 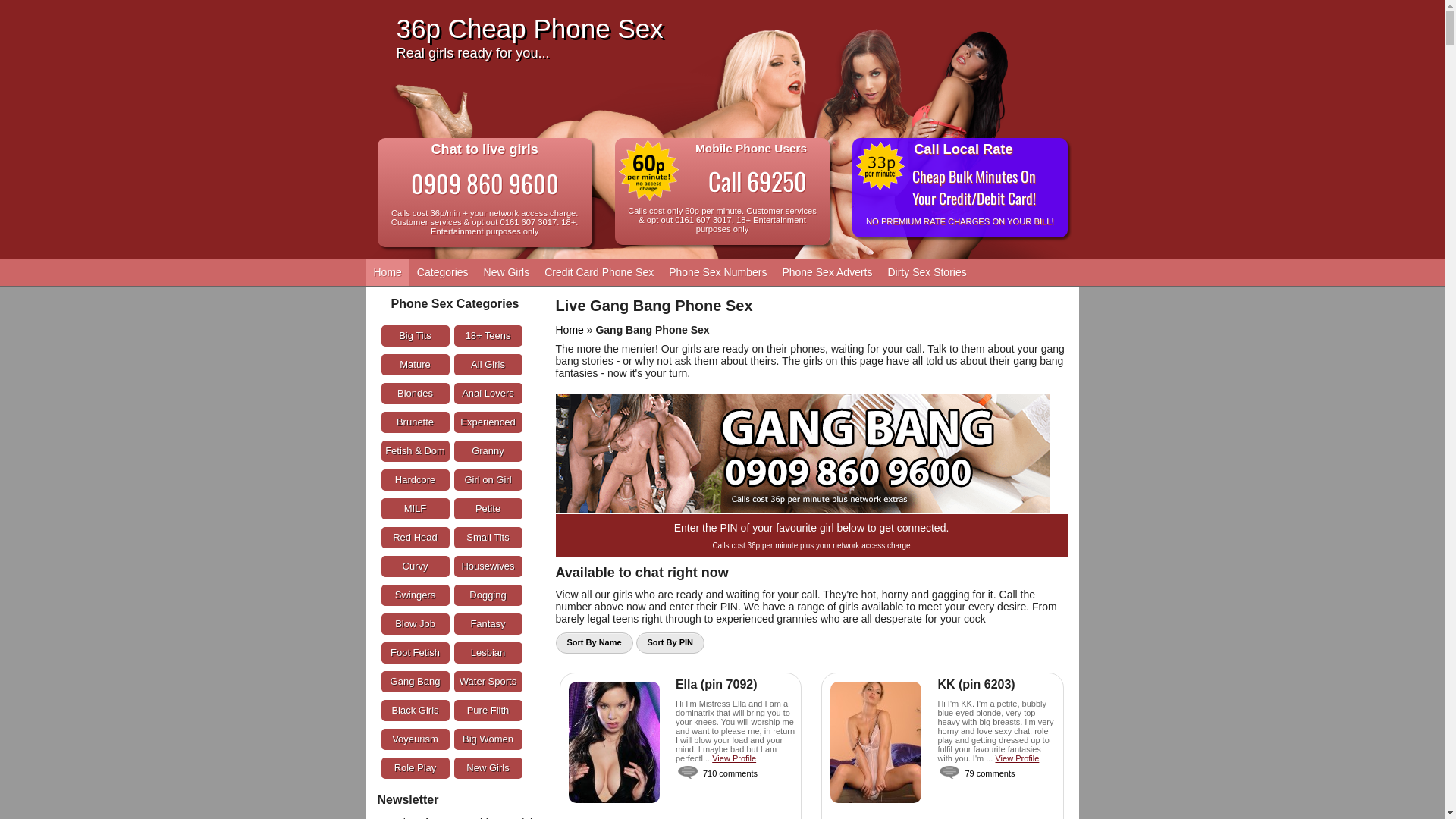 I want to click on 'Black Girls', so click(x=415, y=711).